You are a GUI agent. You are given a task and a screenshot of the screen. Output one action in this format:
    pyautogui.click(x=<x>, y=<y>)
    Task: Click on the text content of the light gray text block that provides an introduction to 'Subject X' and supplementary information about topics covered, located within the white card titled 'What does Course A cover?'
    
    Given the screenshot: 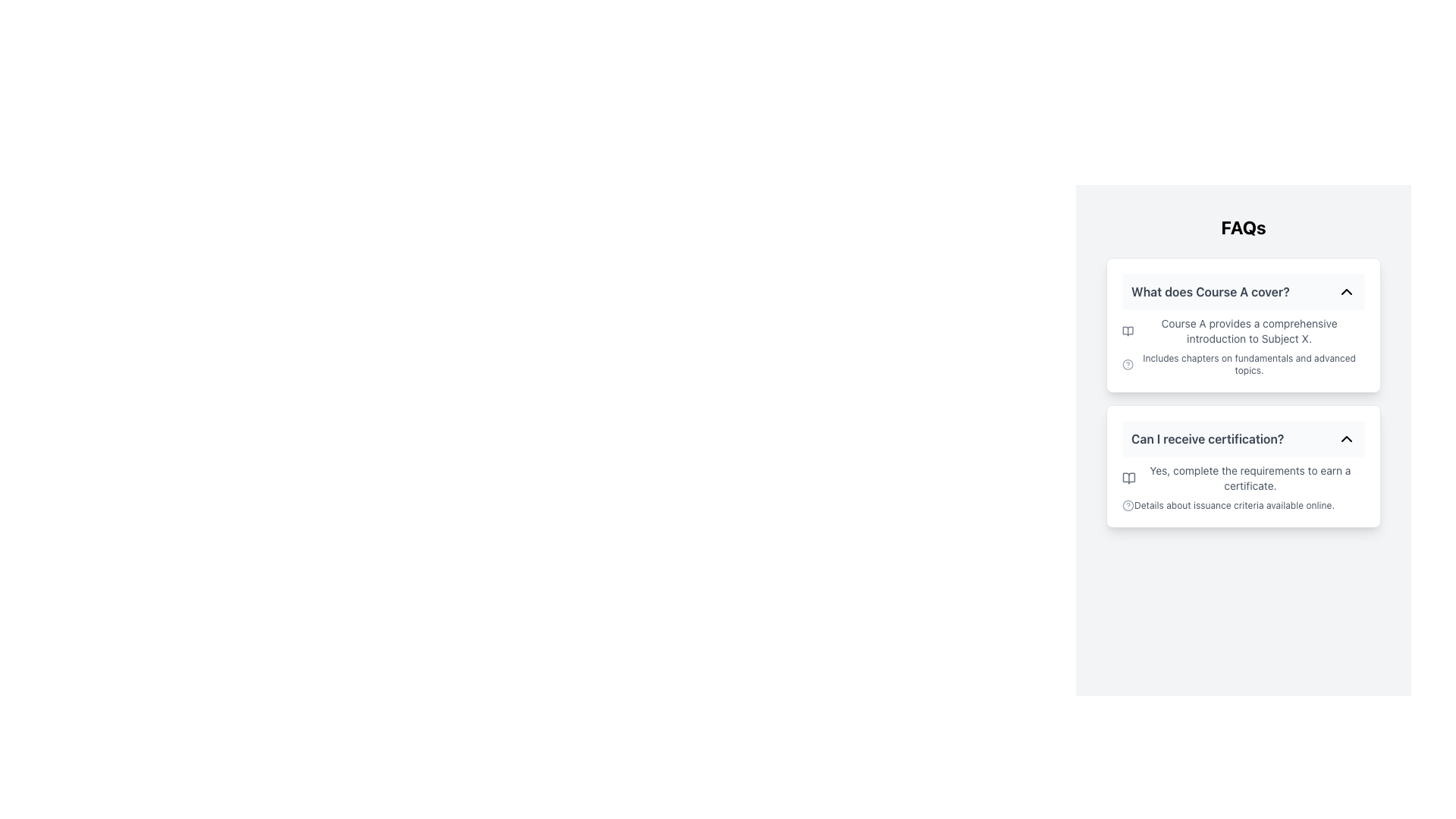 What is the action you would take?
    pyautogui.click(x=1244, y=346)
    